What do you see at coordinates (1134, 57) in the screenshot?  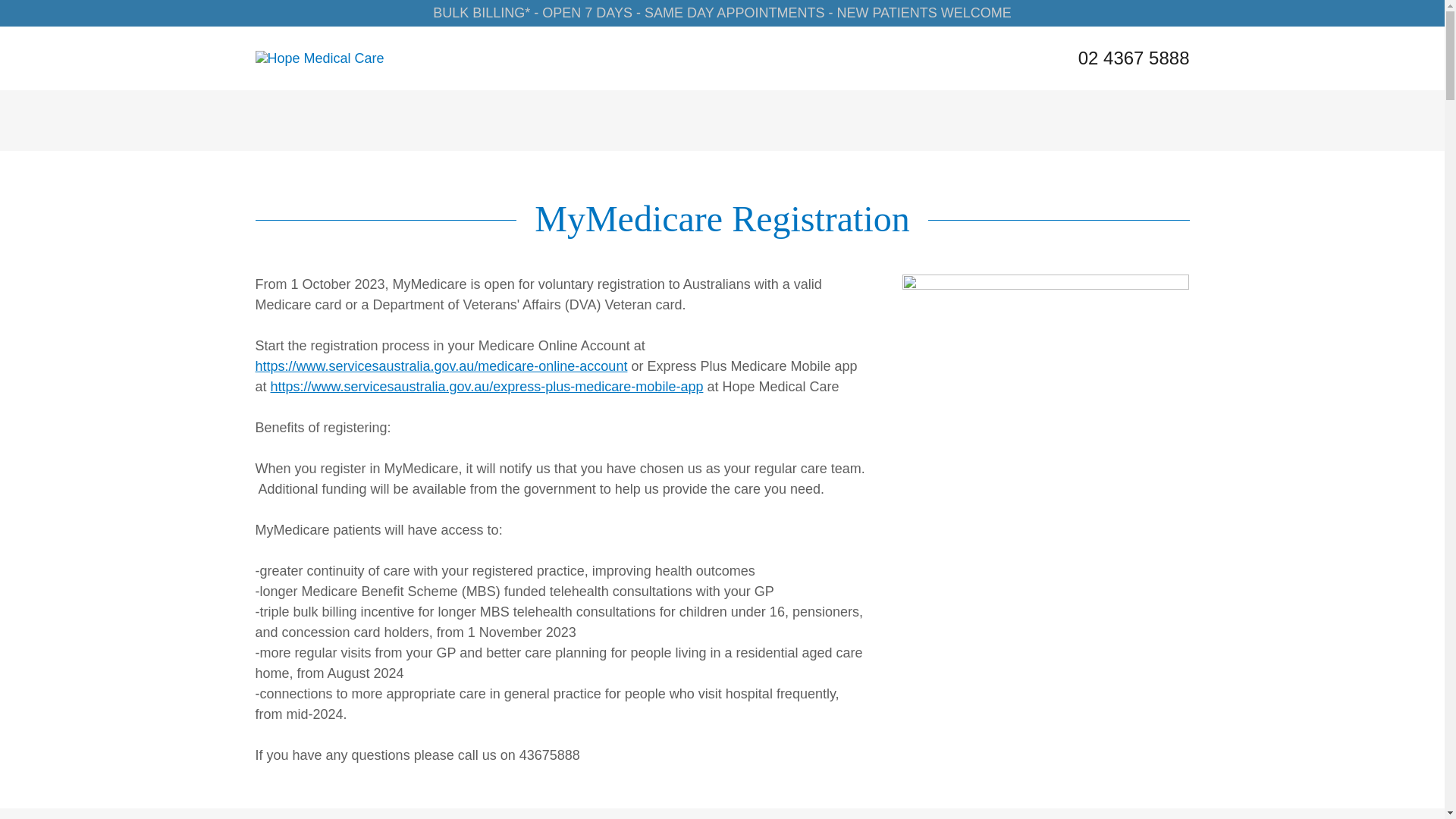 I see `'02 4367 5888'` at bounding box center [1134, 57].